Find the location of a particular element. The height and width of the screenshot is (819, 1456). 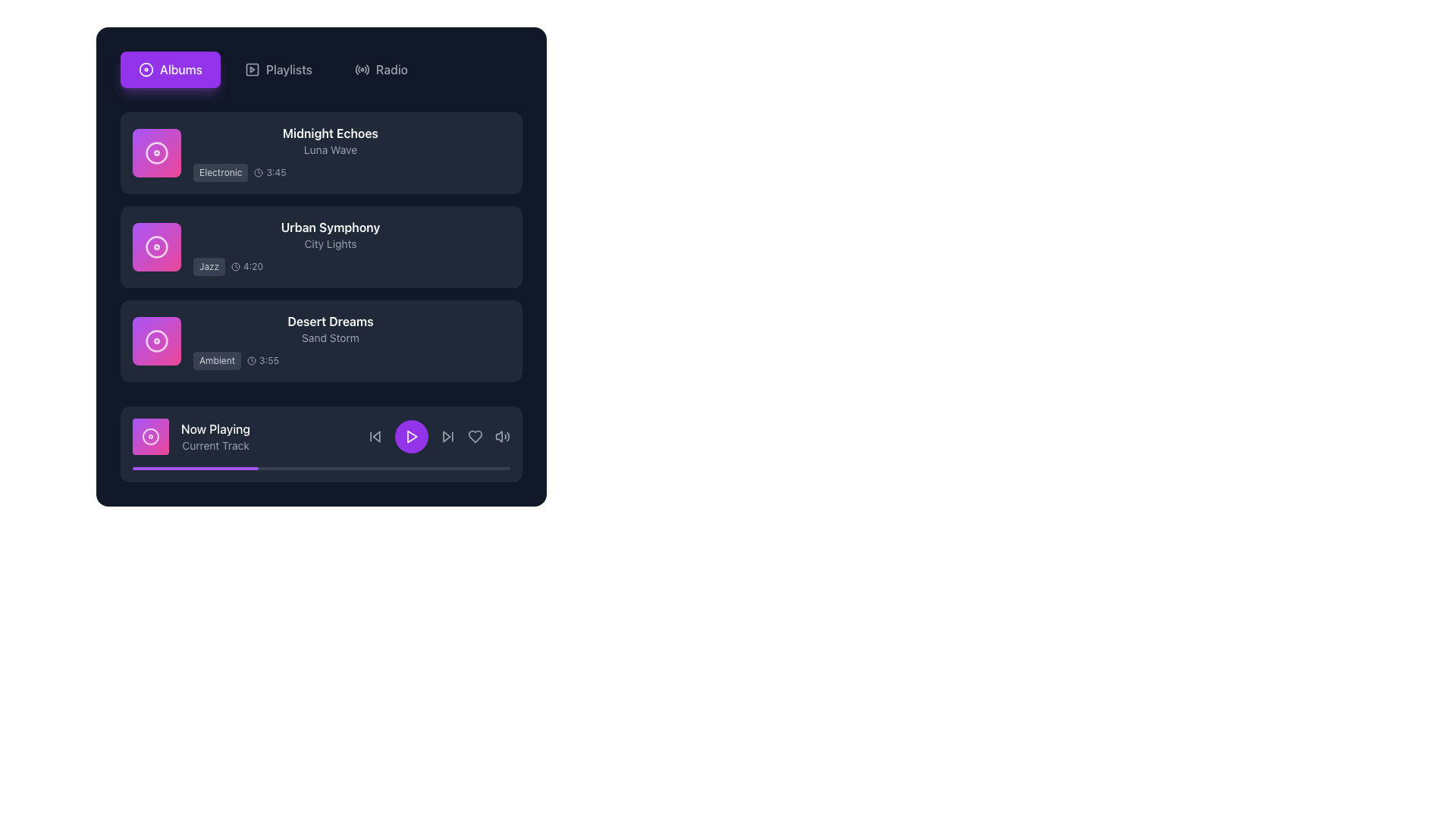

the play button, which is represented by a triangular play icon located is located at coordinates (411, 436).